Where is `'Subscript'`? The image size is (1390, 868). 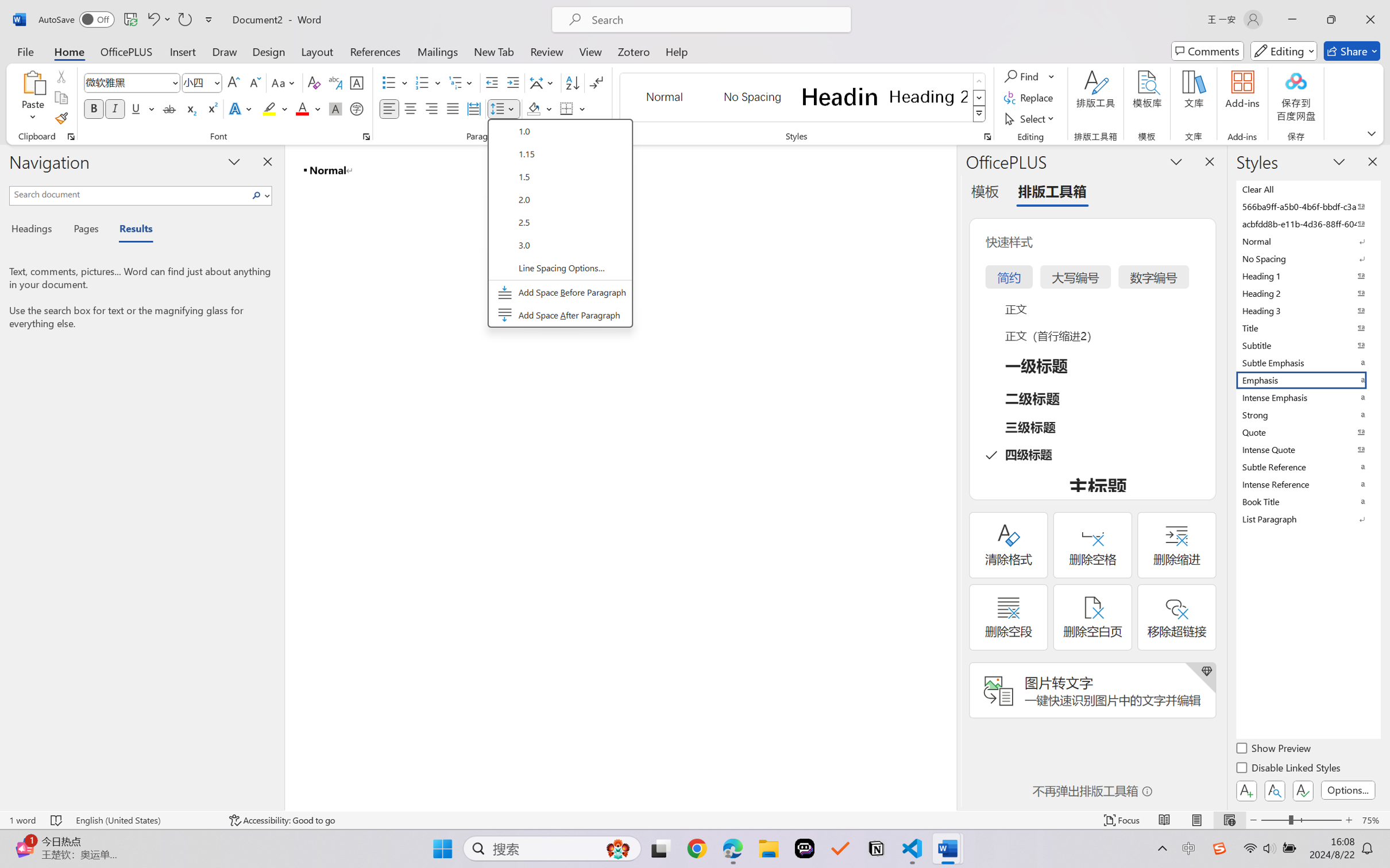
'Subscript' is located at coordinates (190, 108).